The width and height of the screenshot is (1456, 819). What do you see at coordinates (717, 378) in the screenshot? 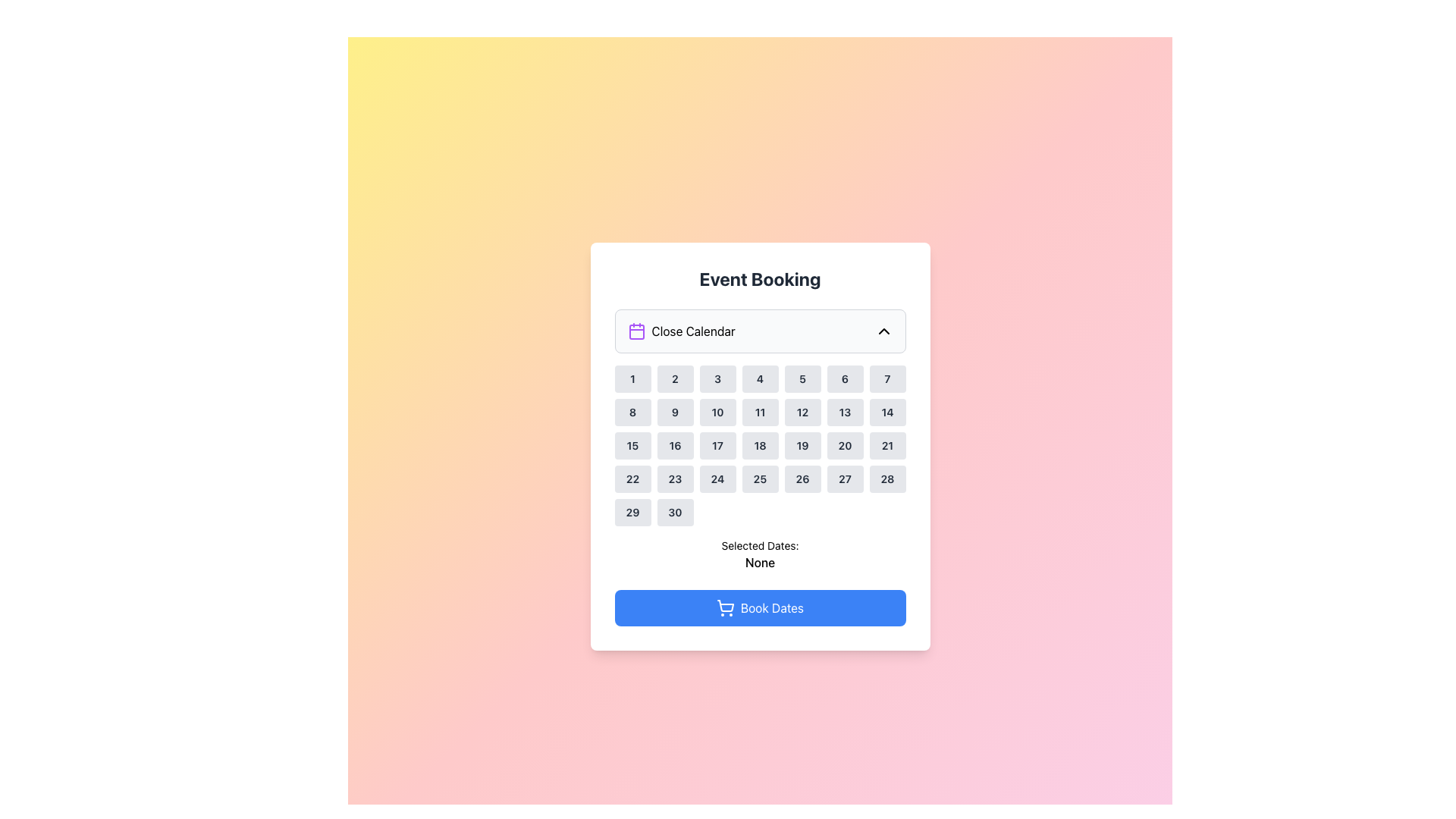
I see `the button displaying the number '3' in the first row and third column of the grid` at bounding box center [717, 378].